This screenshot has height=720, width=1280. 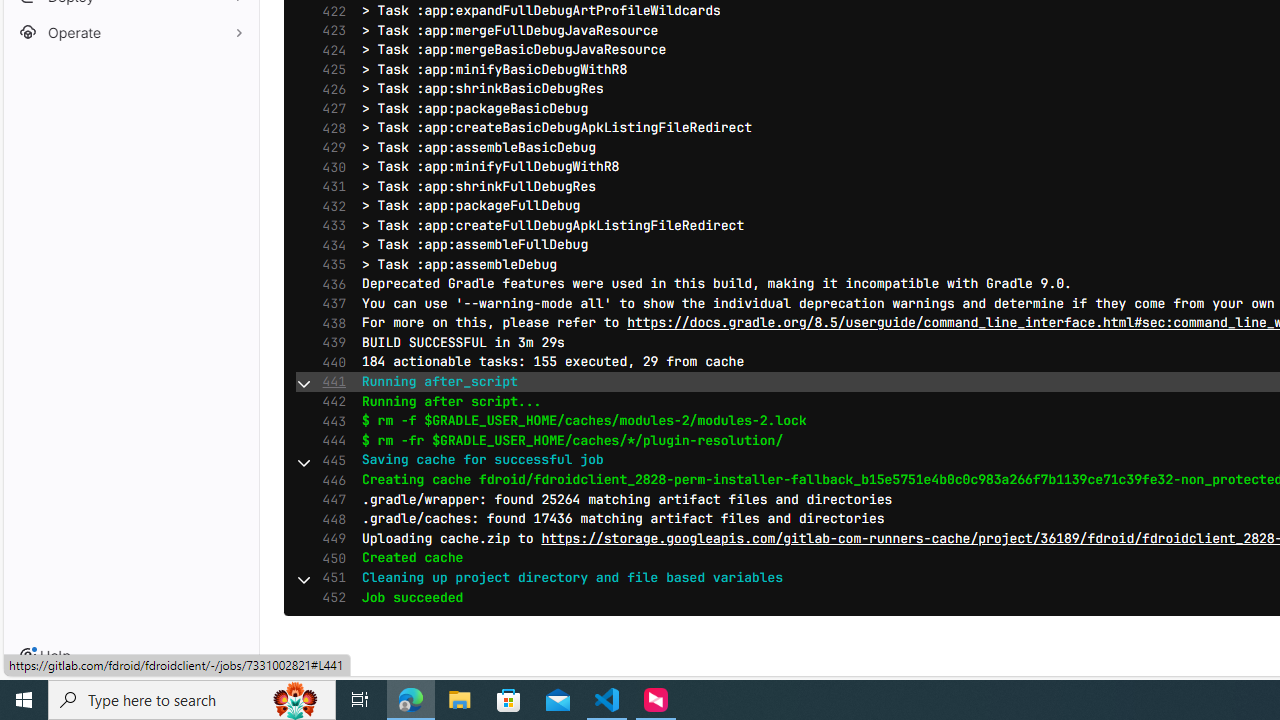 I want to click on '438', so click(x=329, y=322).